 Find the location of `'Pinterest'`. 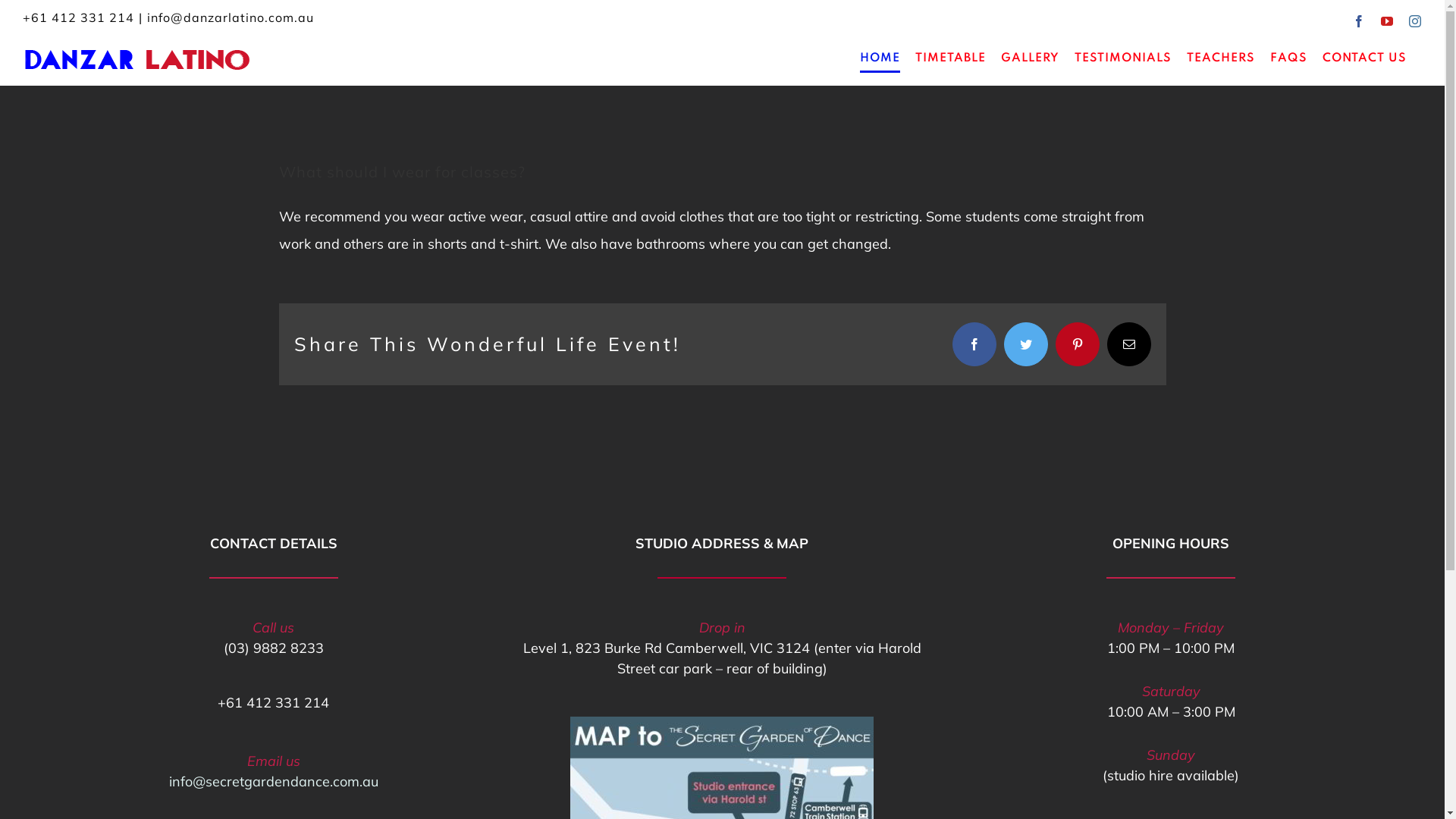

'Pinterest' is located at coordinates (1055, 344).